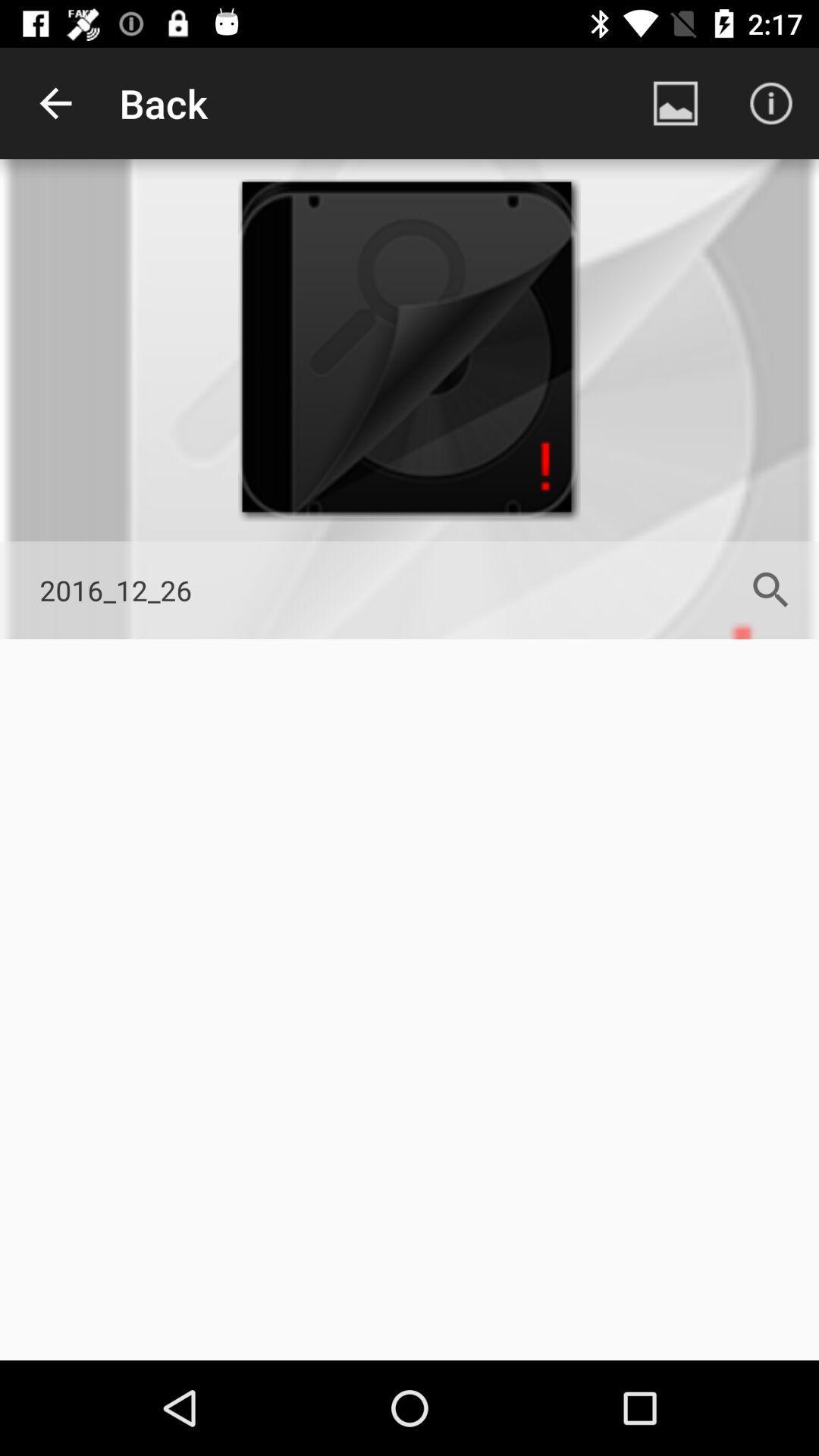 The width and height of the screenshot is (819, 1456). I want to click on the item next to the back app, so click(675, 102).